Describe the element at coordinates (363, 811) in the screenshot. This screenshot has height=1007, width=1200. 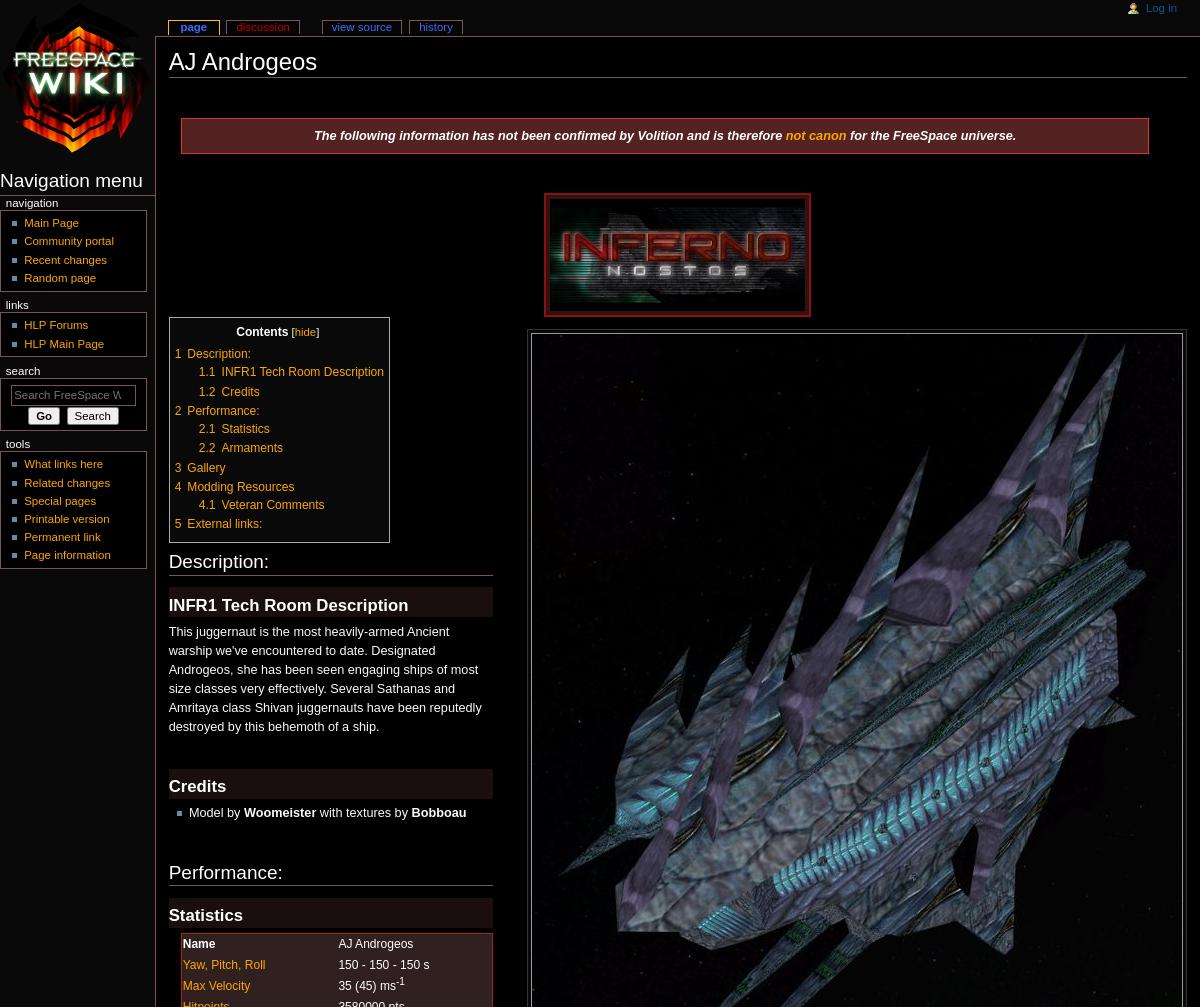
I see `'with textures by'` at that location.